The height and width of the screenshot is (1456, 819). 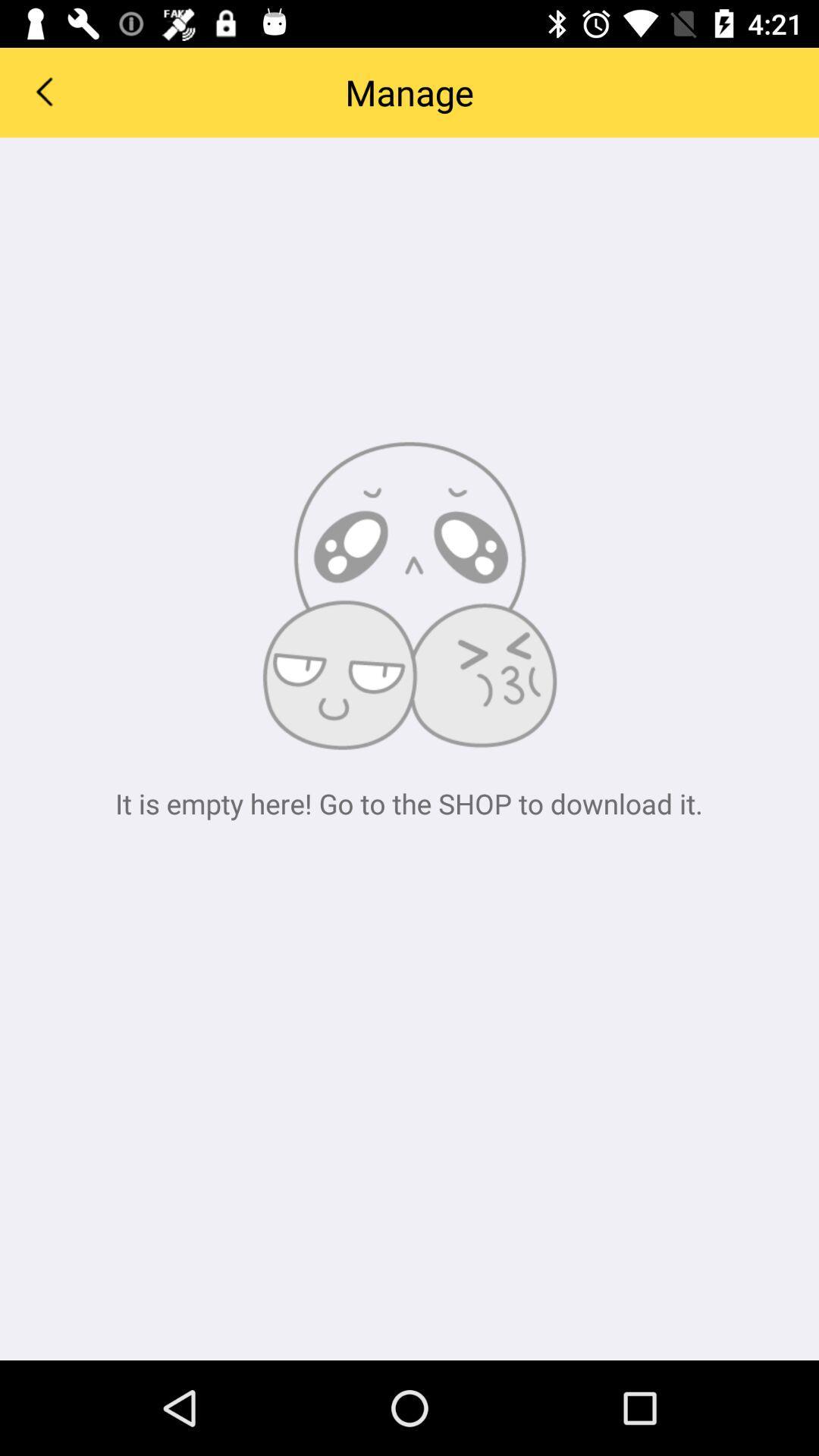 I want to click on the arrow_backward icon, so click(x=42, y=90).